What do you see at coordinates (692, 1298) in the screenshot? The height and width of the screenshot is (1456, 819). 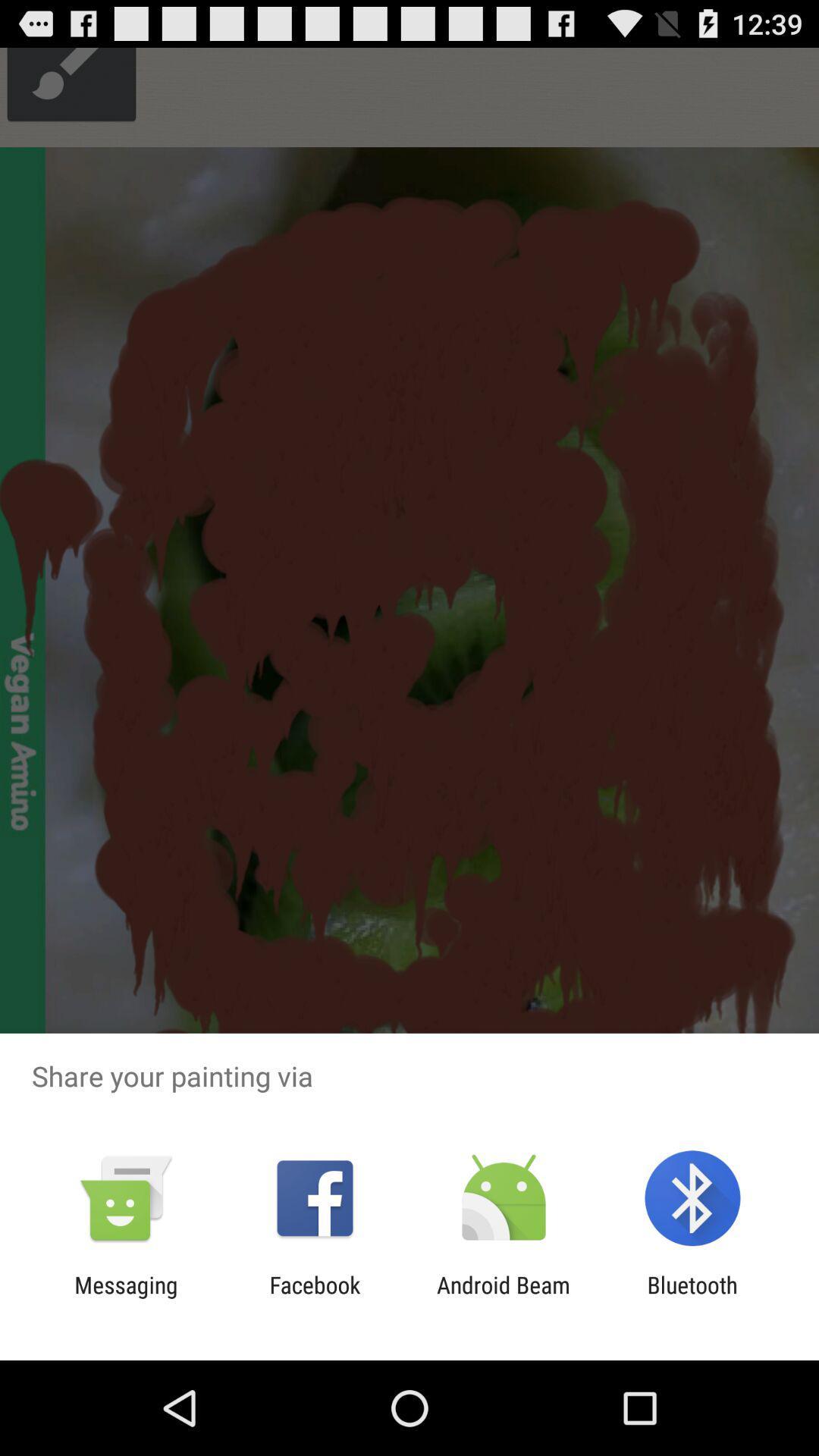 I see `the app next to android beam app` at bounding box center [692, 1298].